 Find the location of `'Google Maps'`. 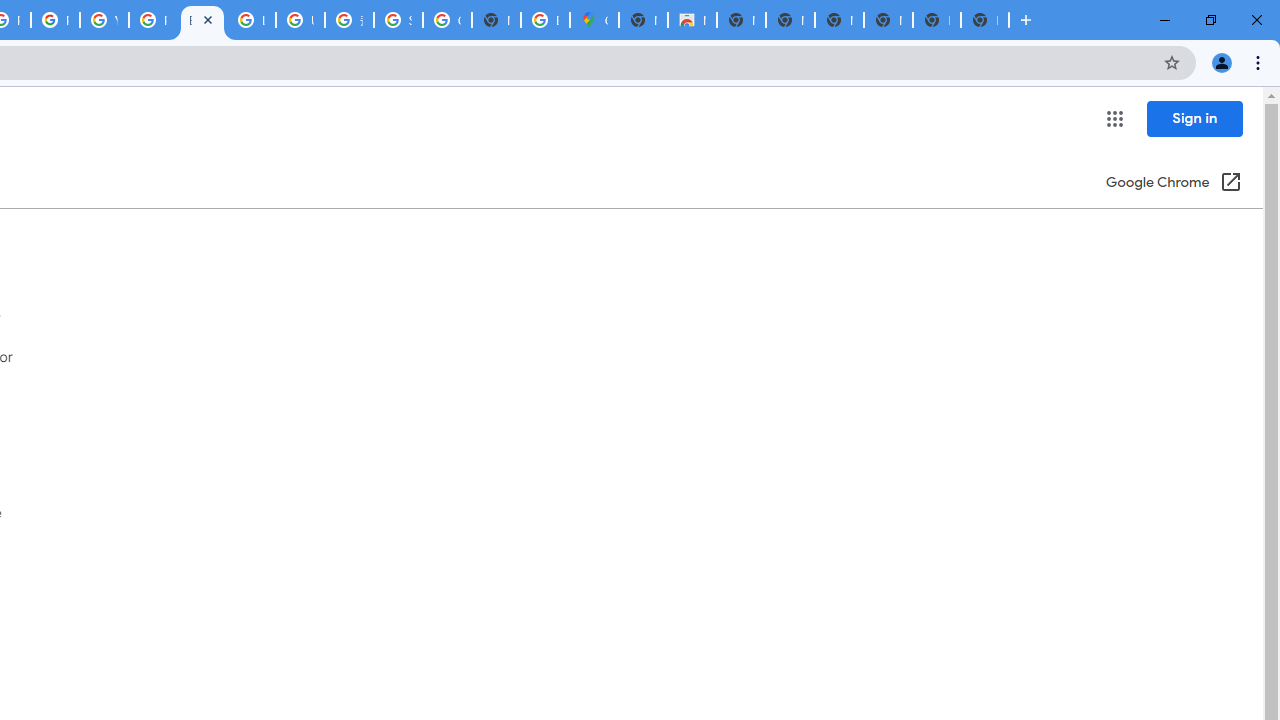

'Google Maps' is located at coordinates (593, 20).